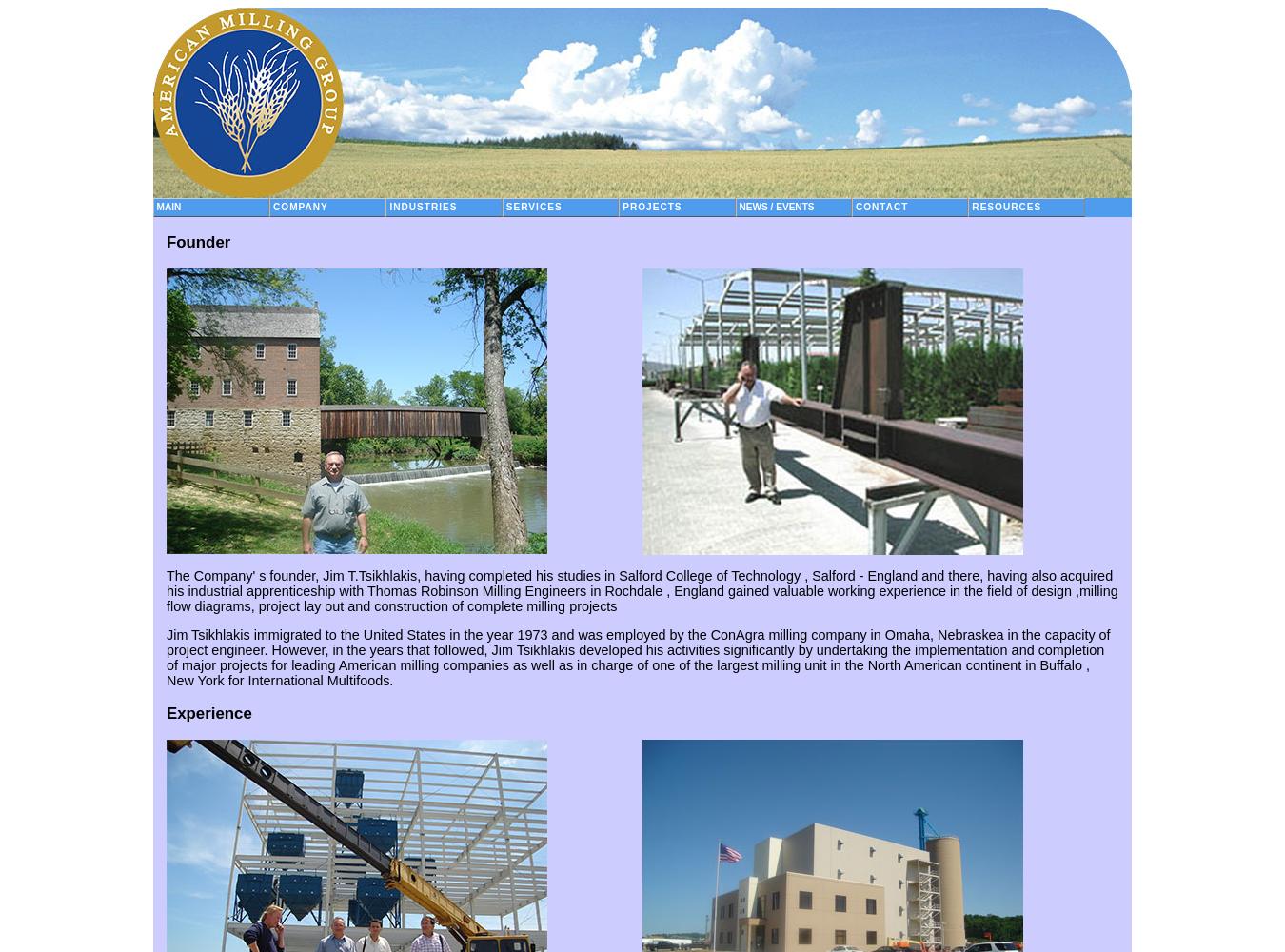 The width and height of the screenshot is (1285, 952). I want to click on 'News / Events', so click(776, 206).